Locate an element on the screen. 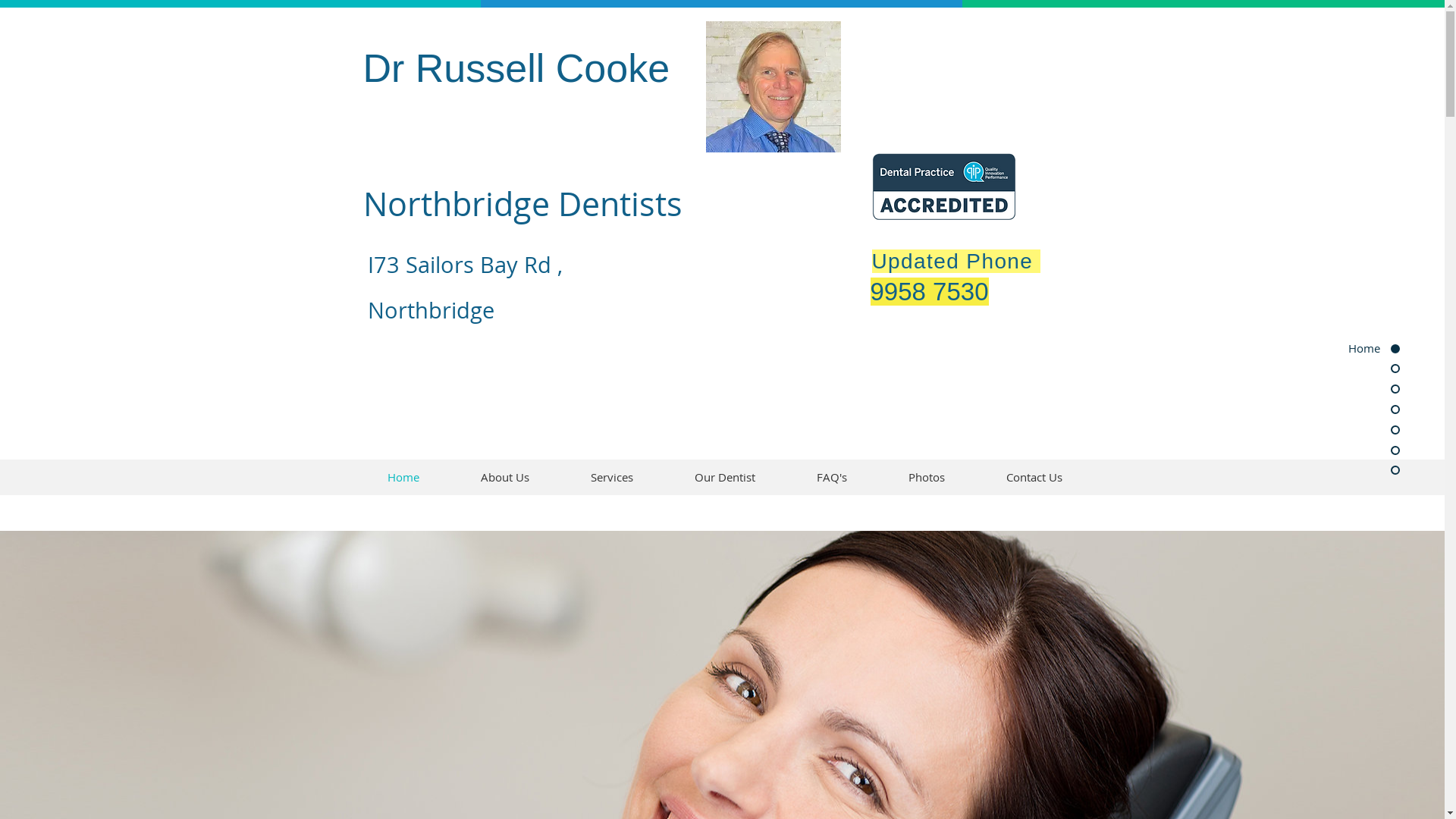  'Home' is located at coordinates (403, 476).